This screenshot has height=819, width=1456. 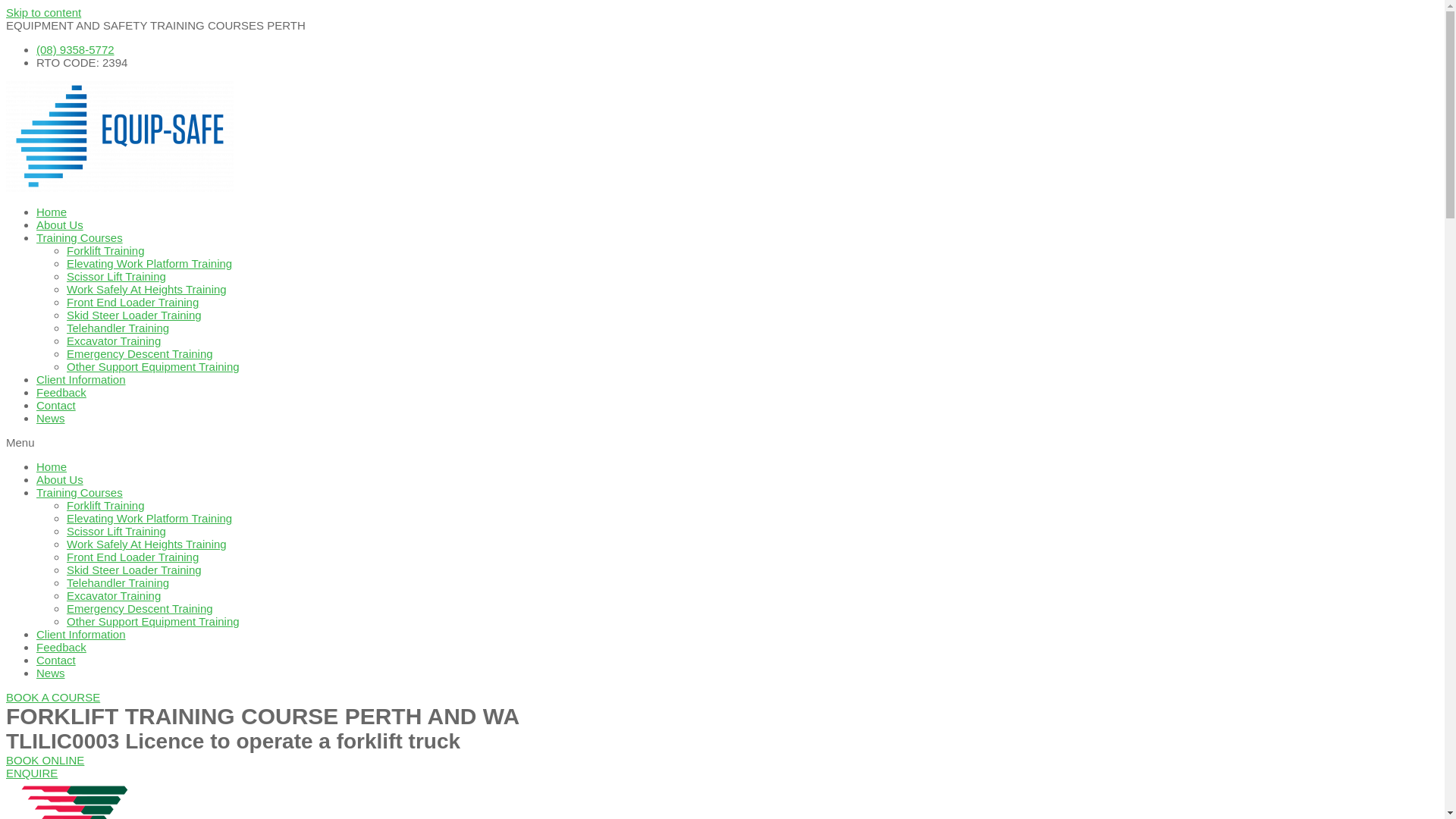 What do you see at coordinates (55, 404) in the screenshot?
I see `'Contact'` at bounding box center [55, 404].